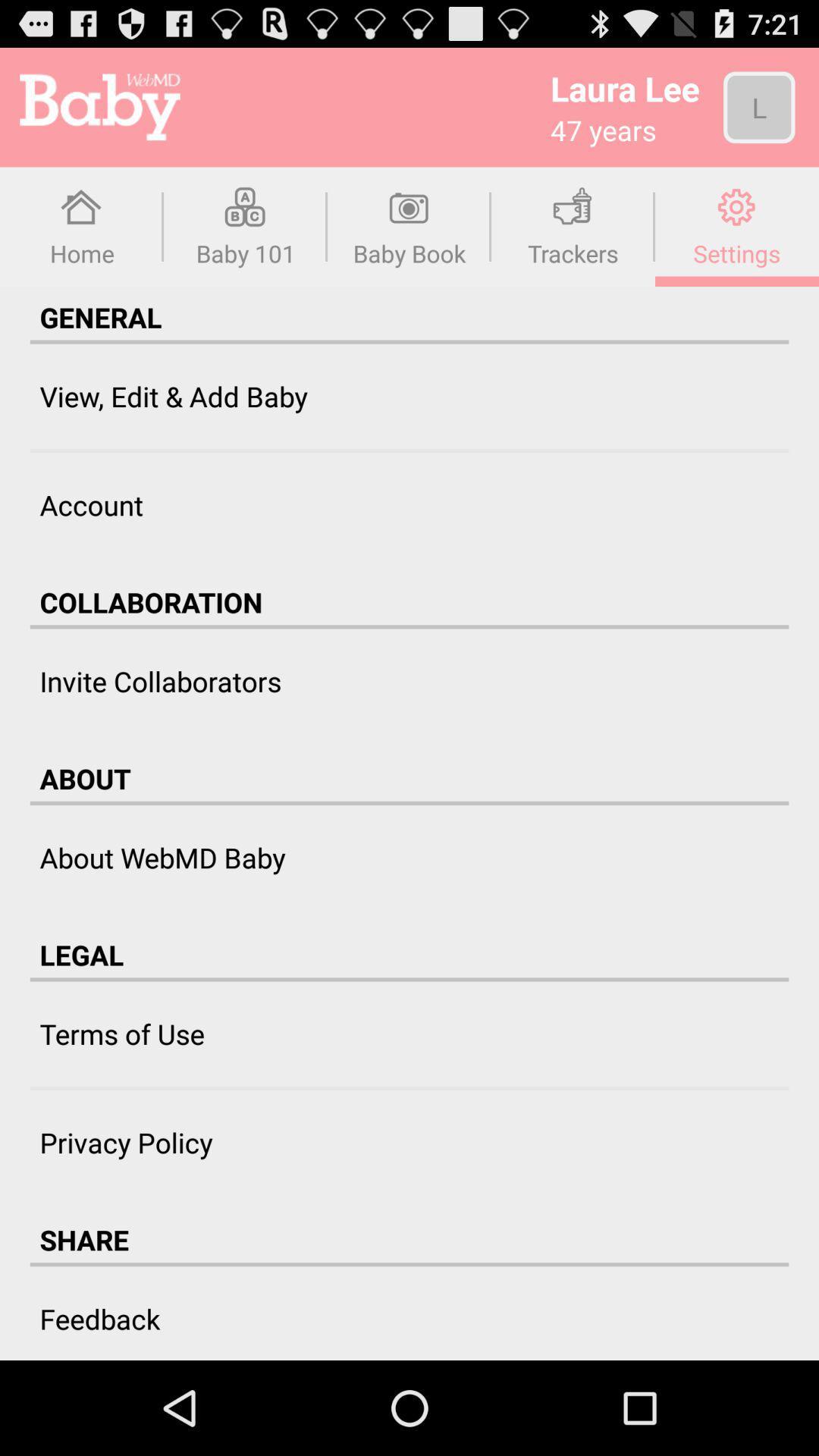 Image resolution: width=819 pixels, height=1456 pixels. Describe the element at coordinates (125, 1142) in the screenshot. I see `privacy policy item` at that location.